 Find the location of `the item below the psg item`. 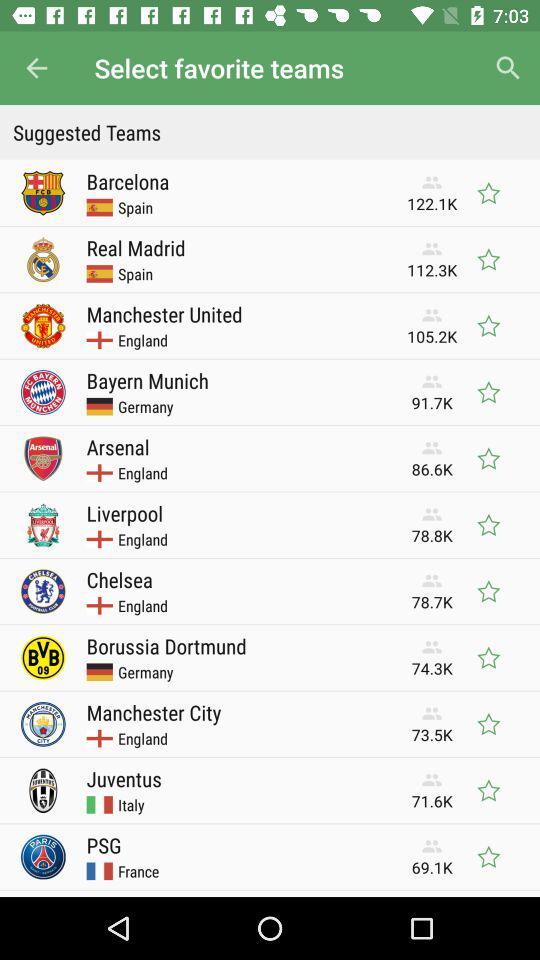

the item below the psg item is located at coordinates (137, 870).